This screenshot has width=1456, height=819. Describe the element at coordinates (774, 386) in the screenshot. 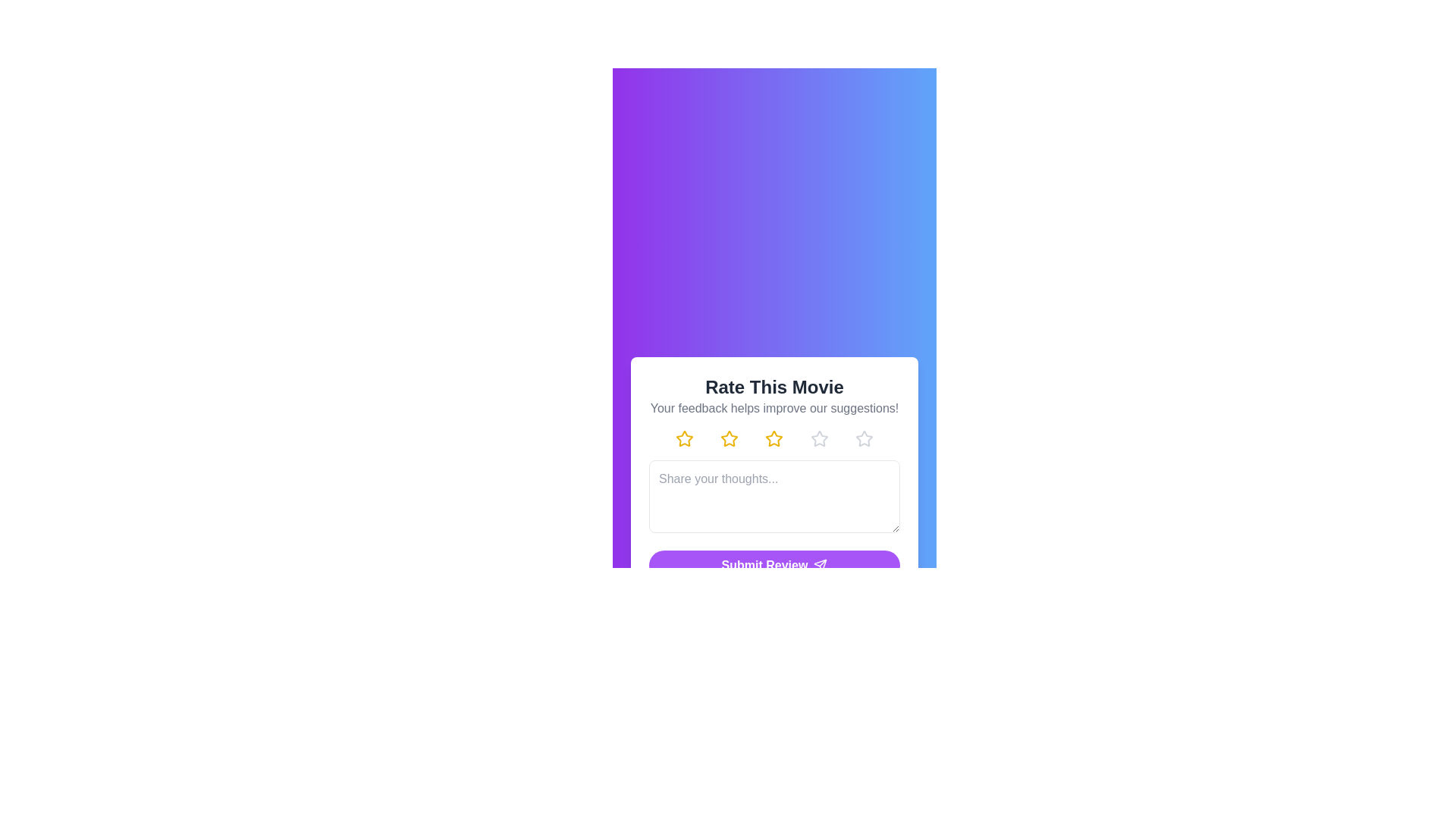

I see `the 'Rate This Movie' text label, which is styled in bold and larger-than-normal size, located at the top of the rating section on a white card` at that location.